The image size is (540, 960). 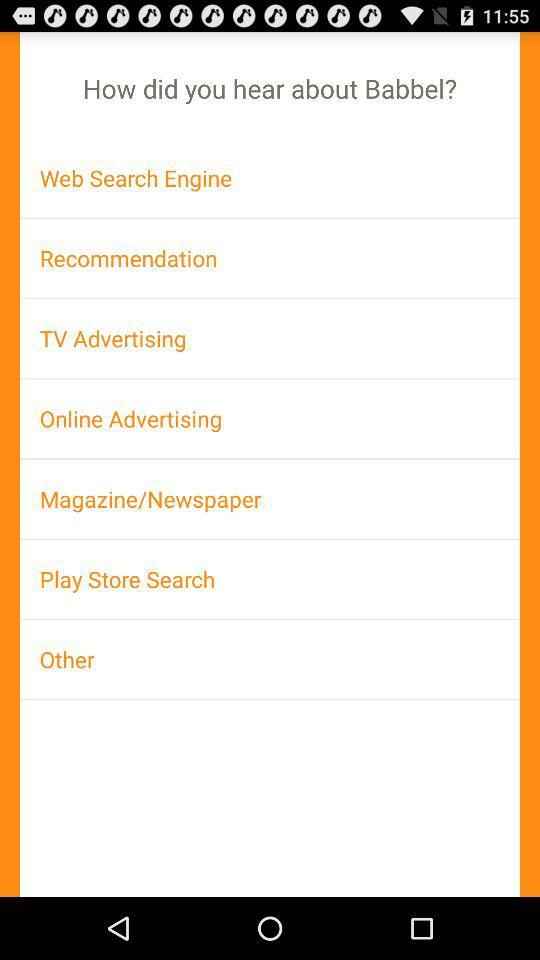 I want to click on recommendation app, so click(x=270, y=257).